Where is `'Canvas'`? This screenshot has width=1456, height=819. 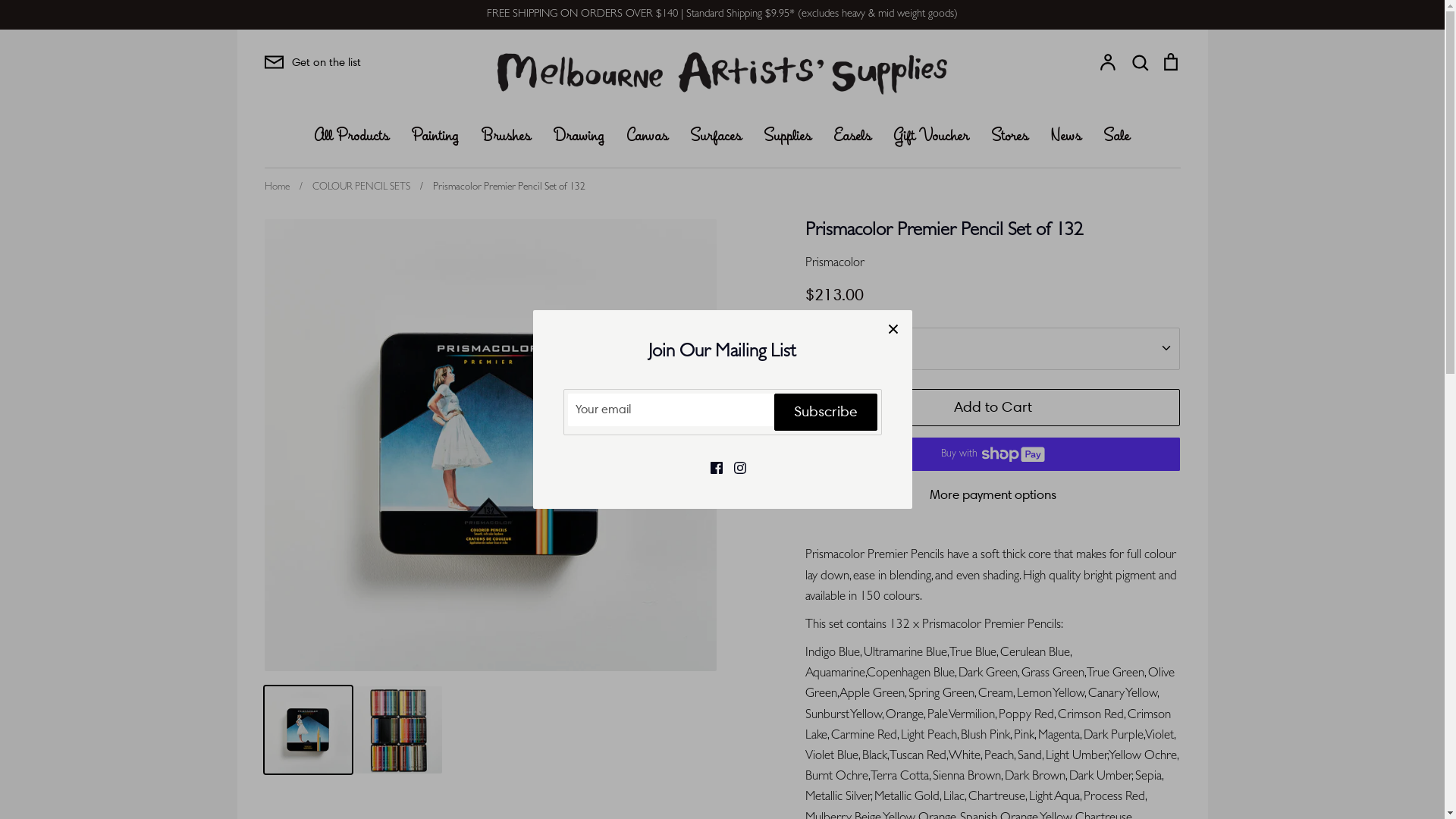
'Canvas' is located at coordinates (648, 136).